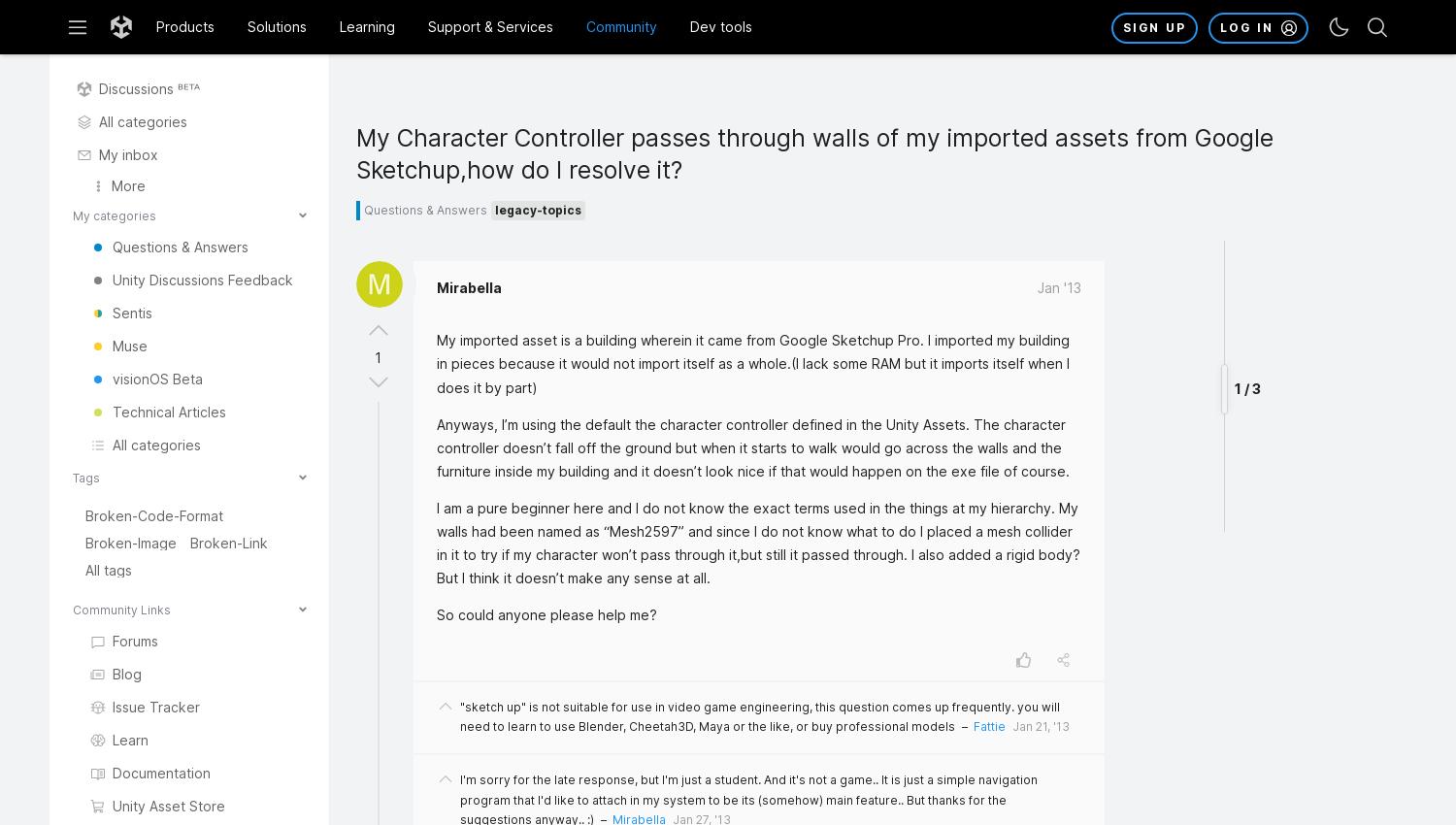 This screenshot has width=1456, height=825. I want to click on 'Muse', so click(111, 345).